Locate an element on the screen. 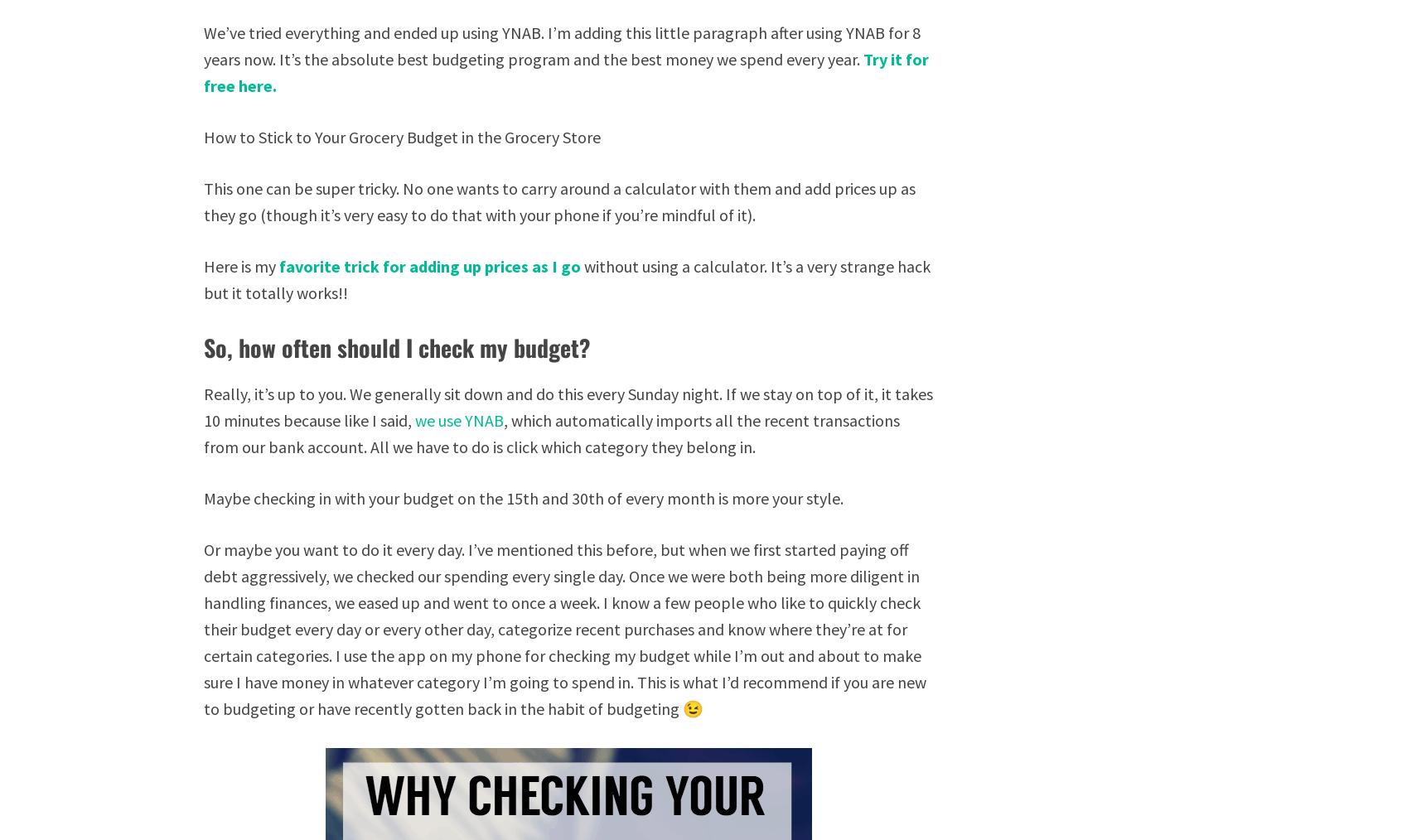 This screenshot has height=840, width=1402. 'Or maybe you want to do it every day. I’ve mentioned this before, but when we first started paying off debt aggressively, we checked our spending every single day. Once we were both being more diligent in handling finances, we eased up and went to once a week. I know a few people who like to quickly check their budget every day or every other day, categorize recent purchases and know where they’re at for certain categories. I use the app on my phone for checking my budget while I’m out and about to make sure I have money in whatever category I’m going to spend in. This is what I’d recommend if you are new to budgeting or have recently gotten back in the habit of budgeting 😉' is located at coordinates (565, 627).